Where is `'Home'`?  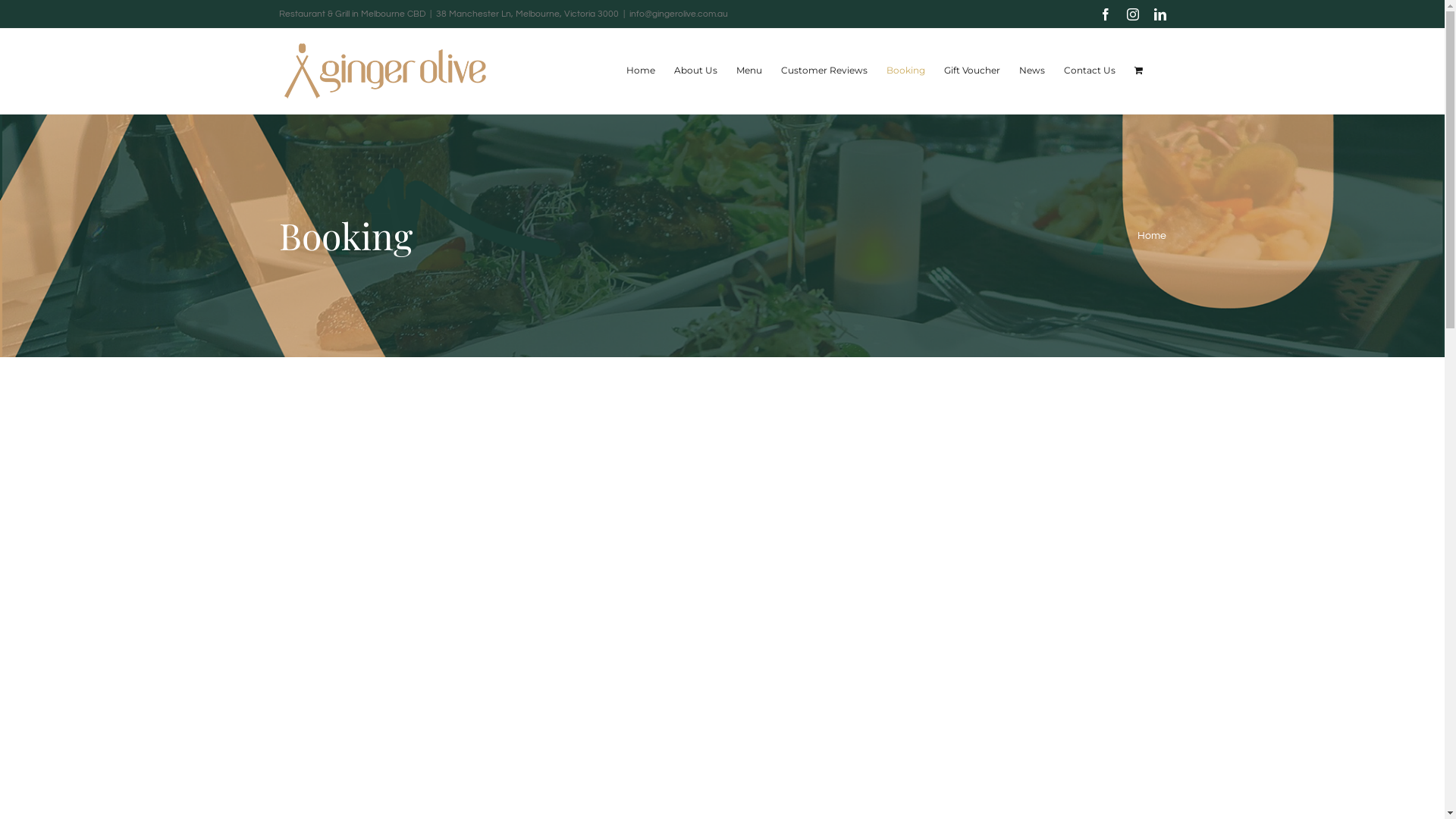
'Home' is located at coordinates (626, 70).